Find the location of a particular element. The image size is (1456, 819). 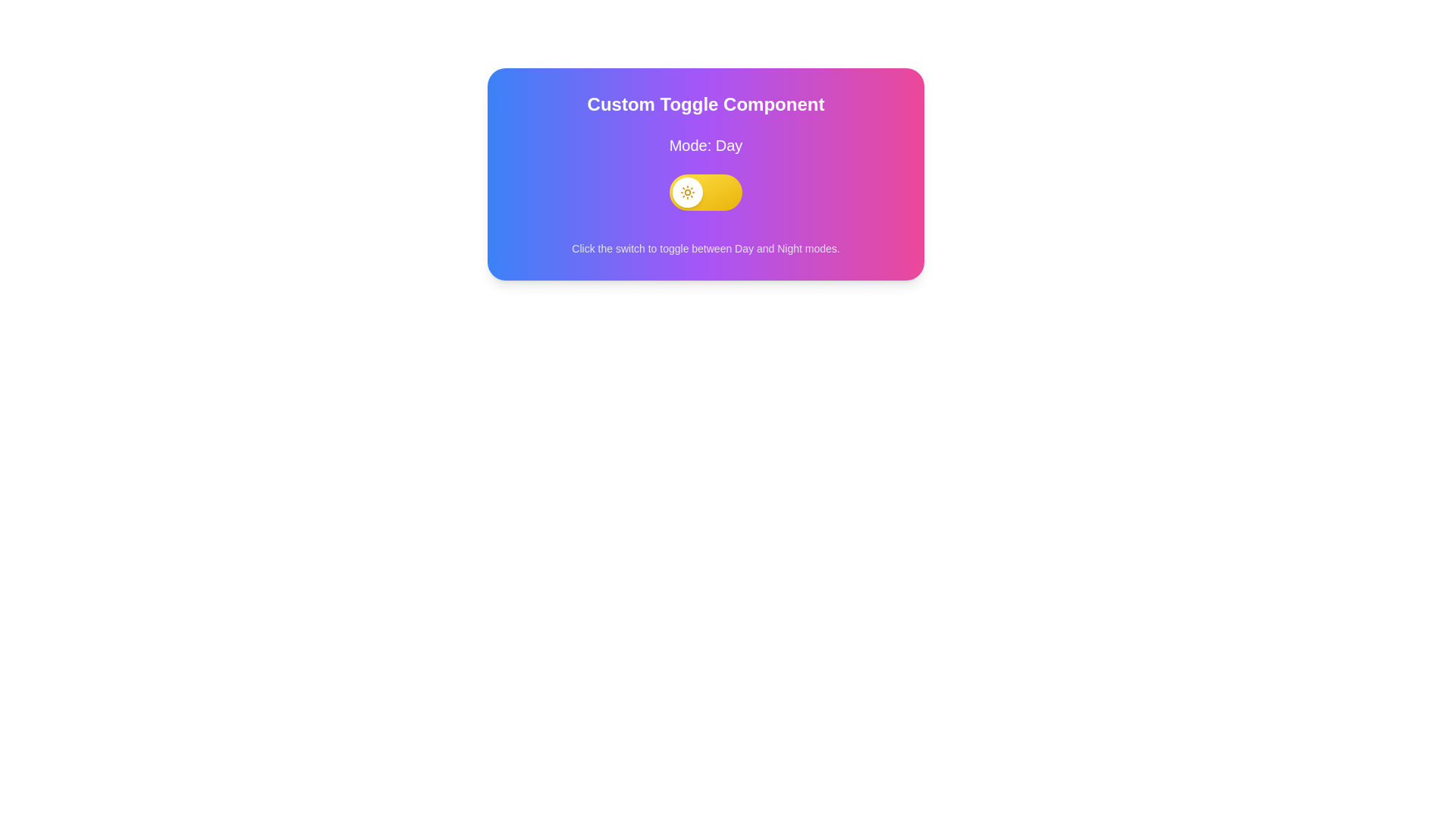

the static header text label that serves as a title for the section related to day and night modes is located at coordinates (705, 104).